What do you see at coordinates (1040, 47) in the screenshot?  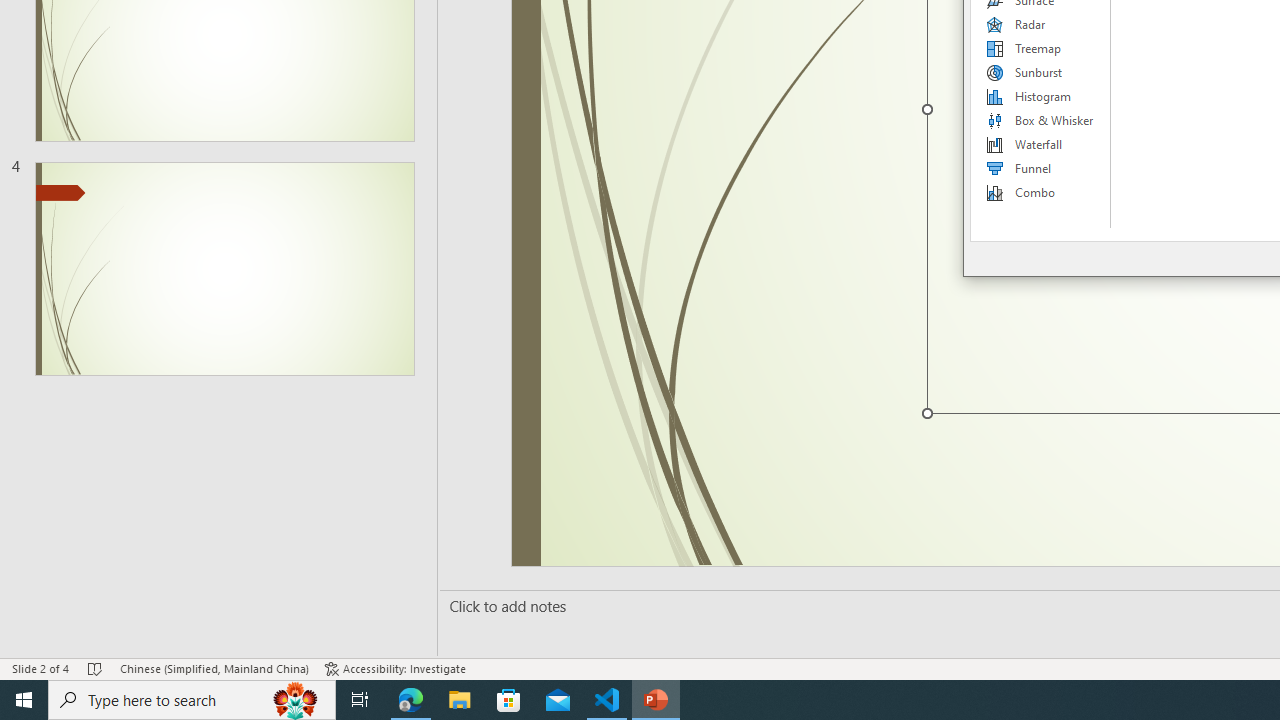 I see `'Treemap'` at bounding box center [1040, 47].